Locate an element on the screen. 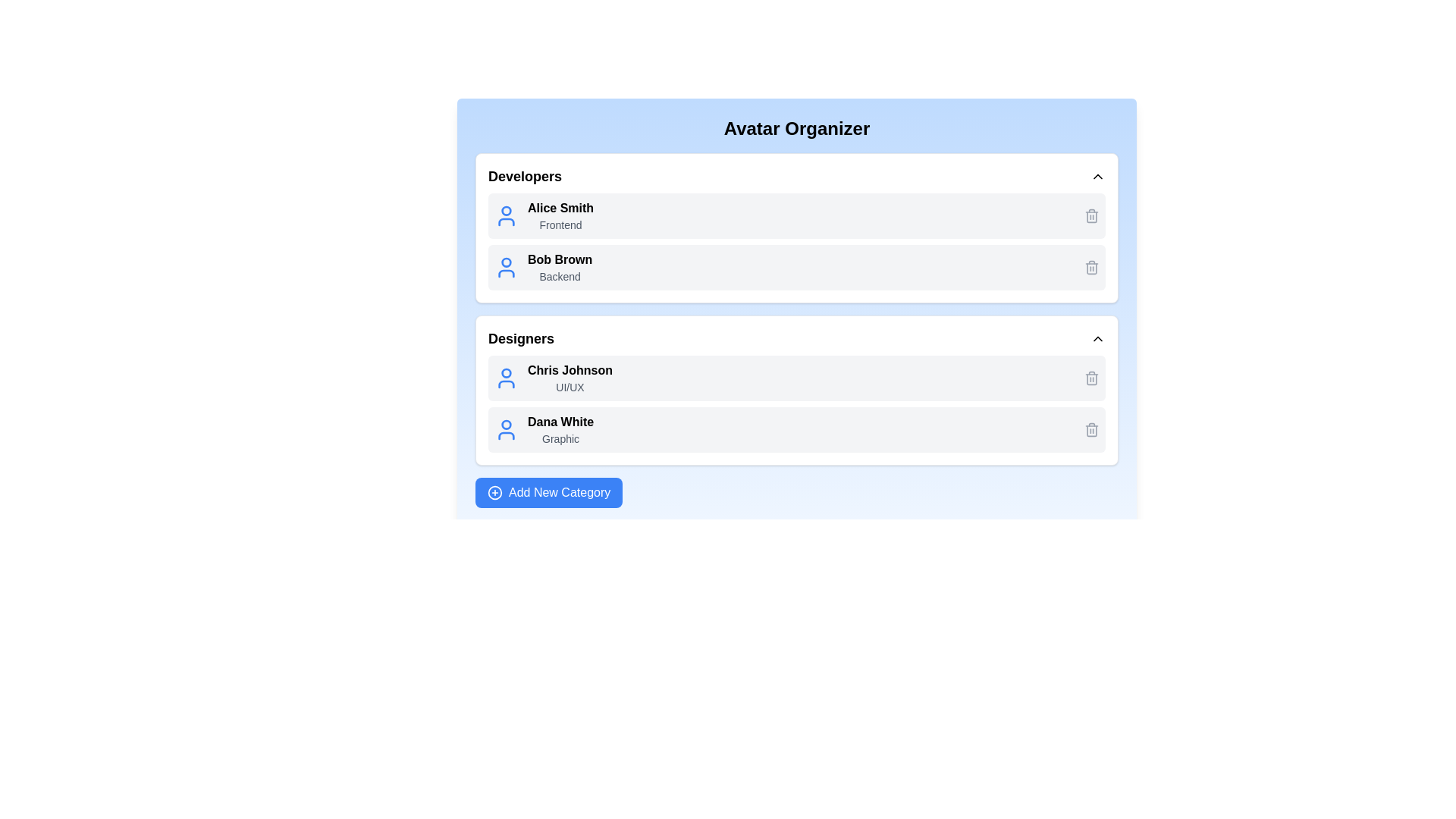  the text label displaying 'Chris Johnson', which is styled in a bold font and located in the 'Designers' section, positioned to the right of an avatar icon and above the text 'UI/UX' is located at coordinates (570, 371).